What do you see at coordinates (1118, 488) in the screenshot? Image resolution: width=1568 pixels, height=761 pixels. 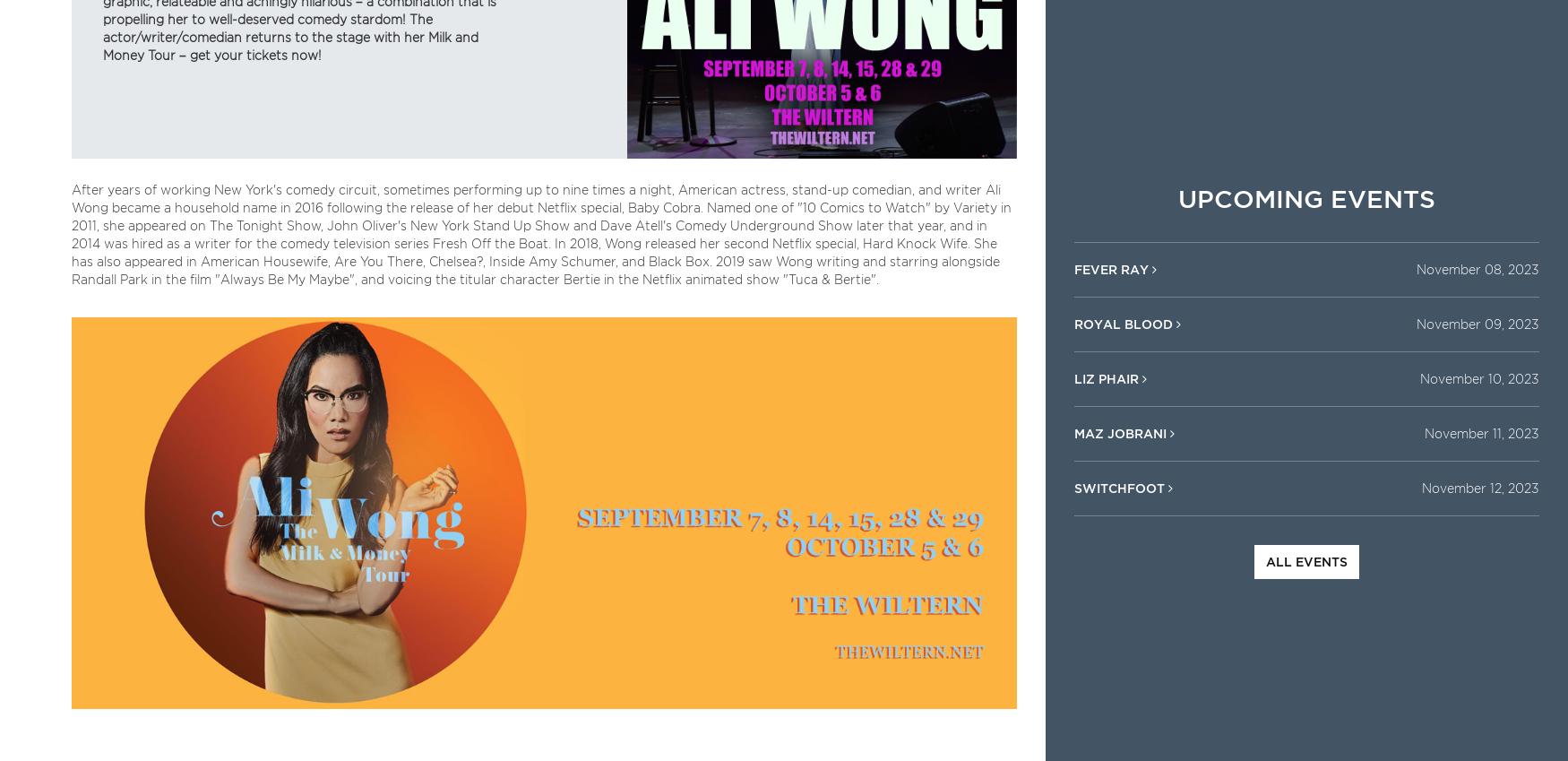 I see `'Switchfoot'` at bounding box center [1118, 488].